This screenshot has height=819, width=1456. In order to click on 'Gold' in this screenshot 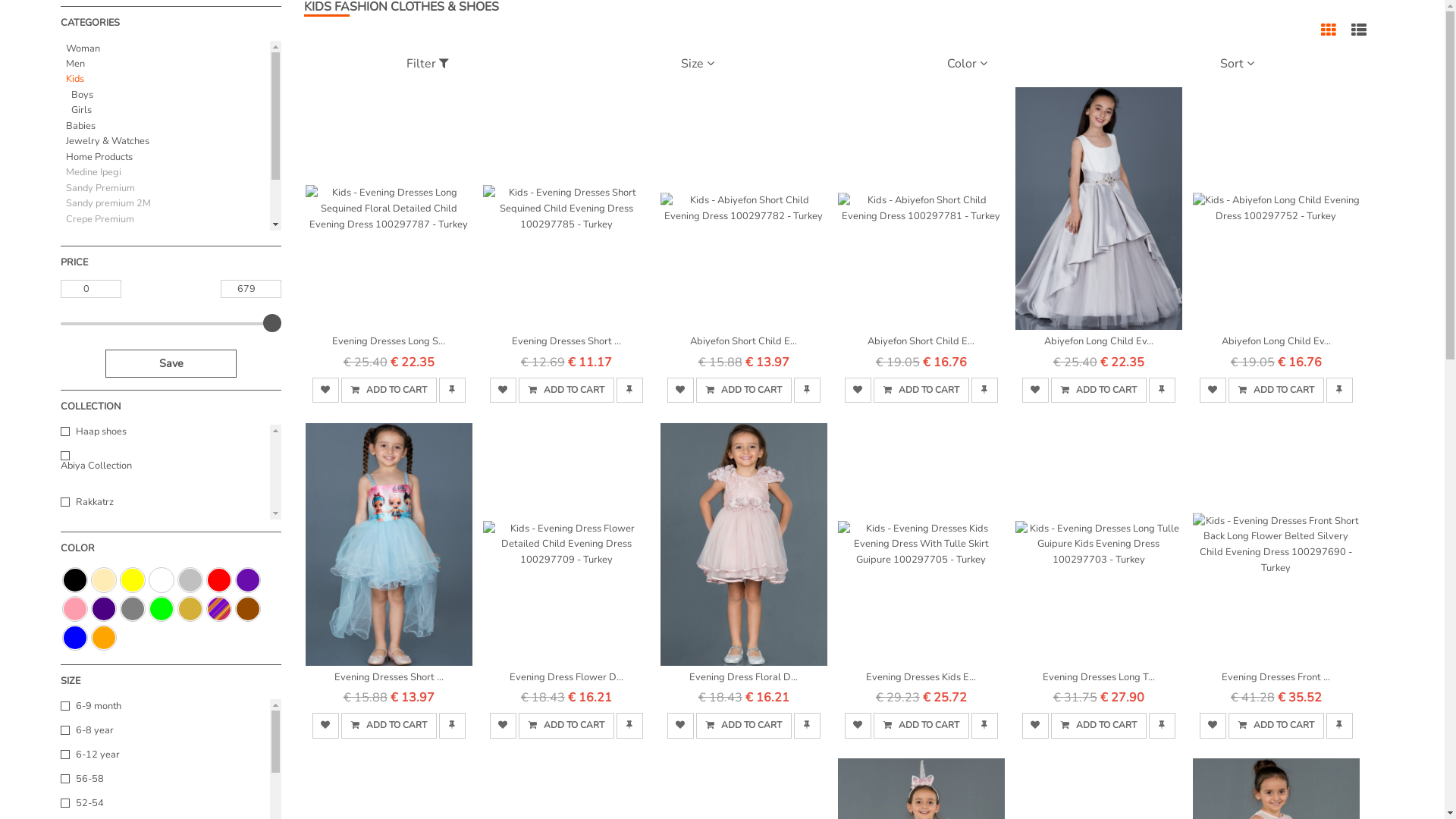, I will do `click(189, 607)`.